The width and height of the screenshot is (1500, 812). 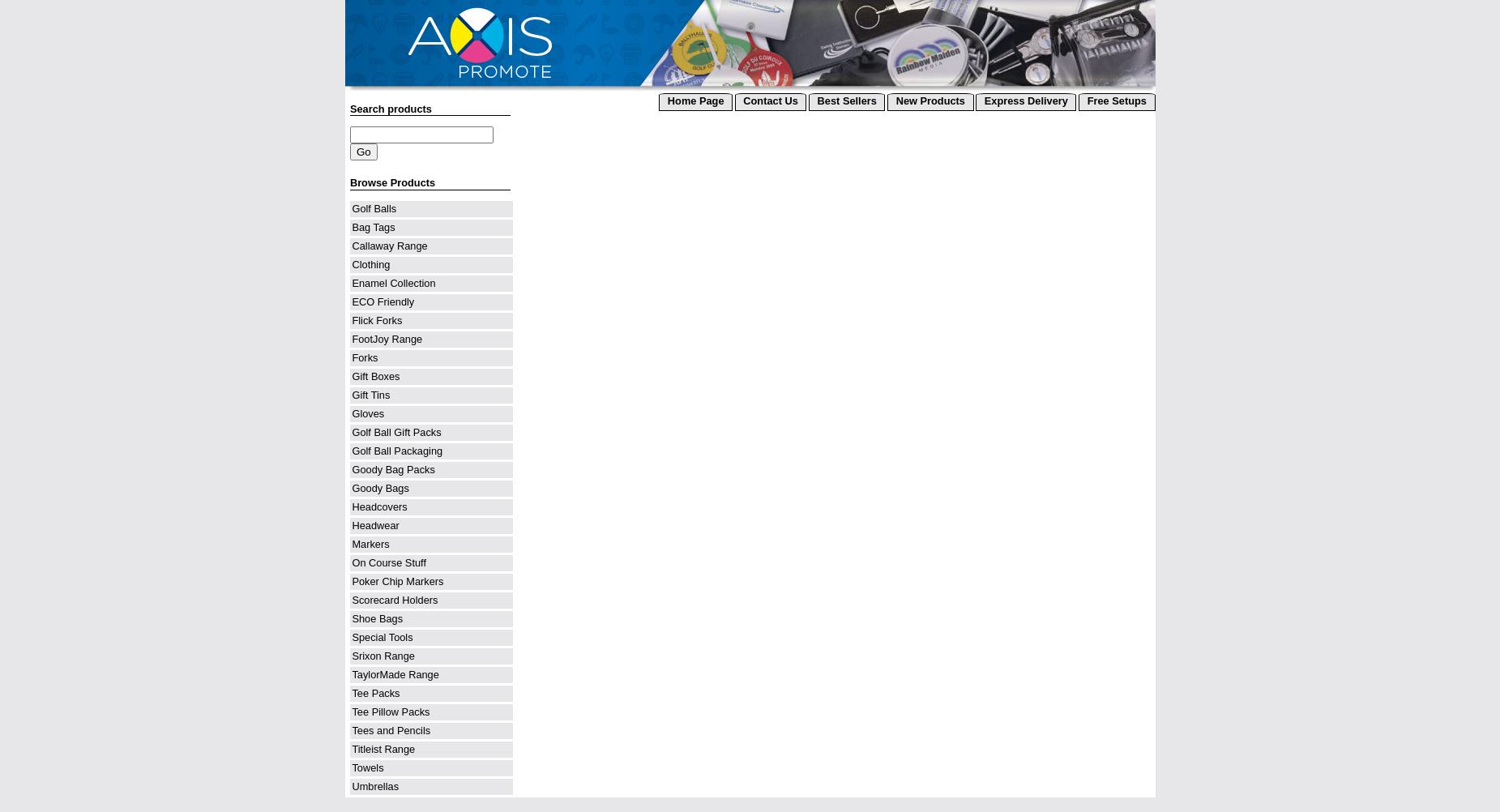 I want to click on 'Headwear', so click(x=374, y=524).